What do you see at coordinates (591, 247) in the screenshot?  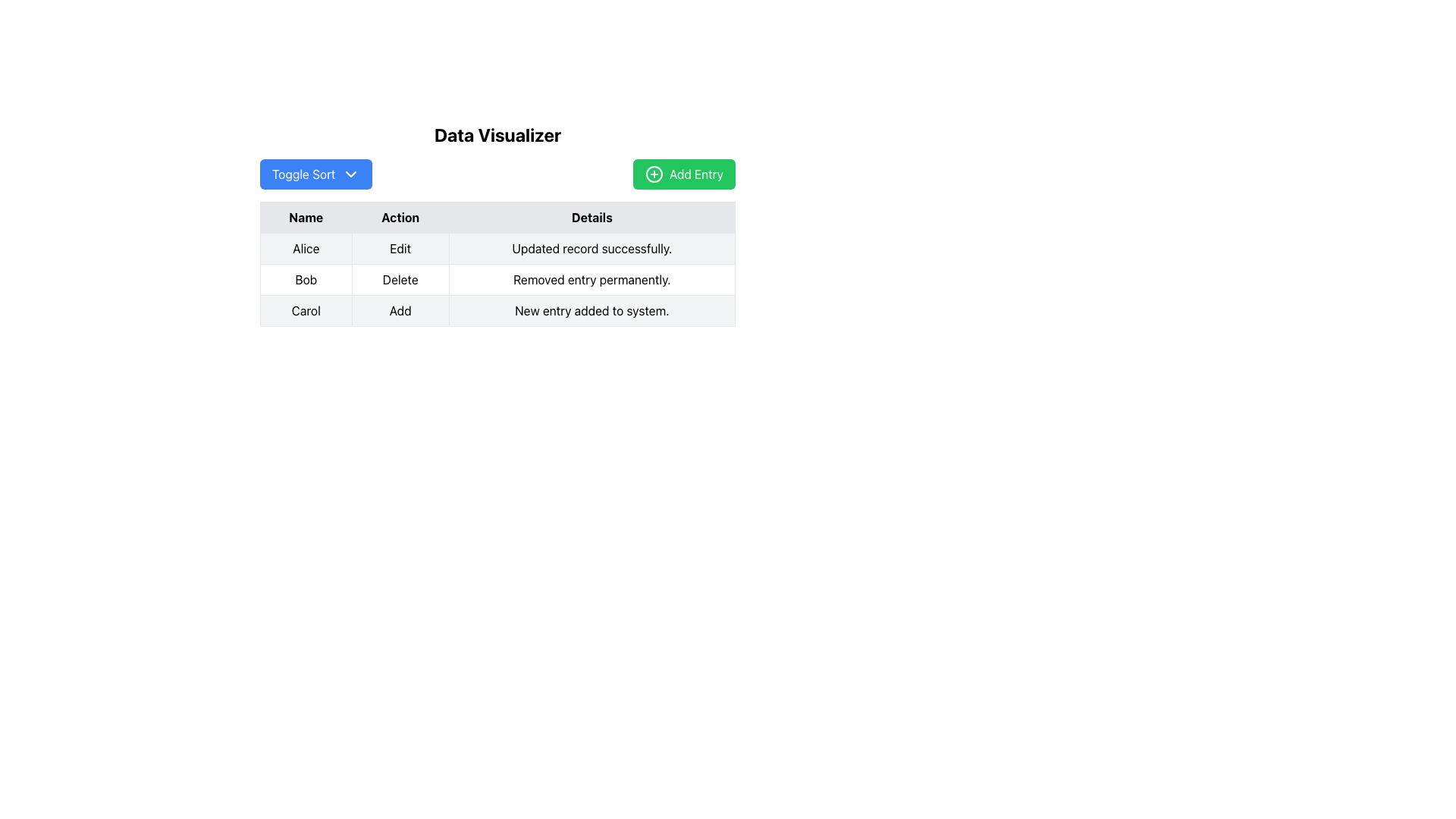 I see `the text field displaying the message 'Updated record successfully.' which is located in the last column of the first row of a table-like structure` at bounding box center [591, 247].